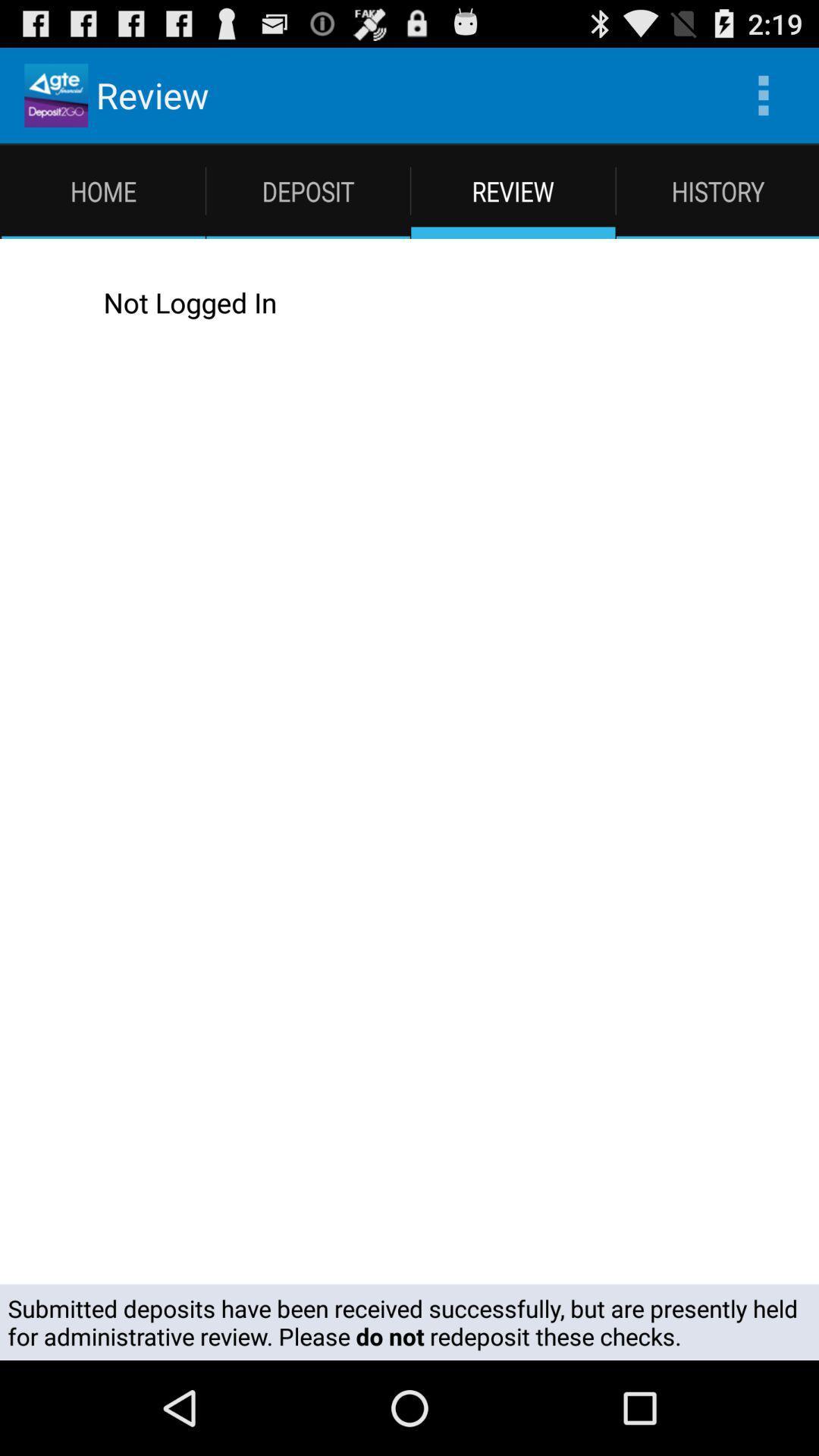 Image resolution: width=819 pixels, height=1456 pixels. What do you see at coordinates (41, 302) in the screenshot?
I see `icon below the home` at bounding box center [41, 302].